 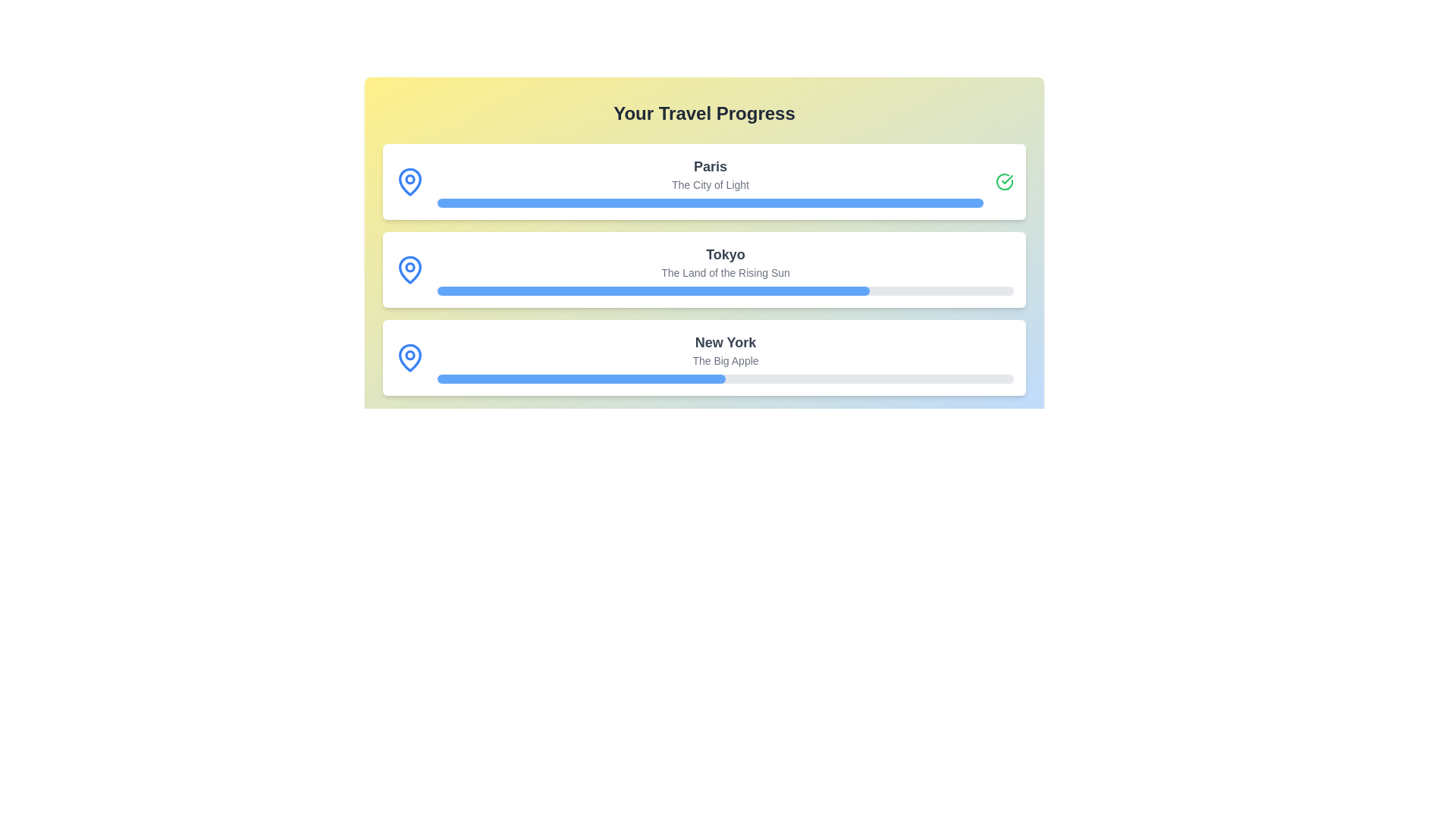 I want to click on the blue map pin icon located prominently to the left of the text 'Paris' and 'The City of Light', so click(x=410, y=180).